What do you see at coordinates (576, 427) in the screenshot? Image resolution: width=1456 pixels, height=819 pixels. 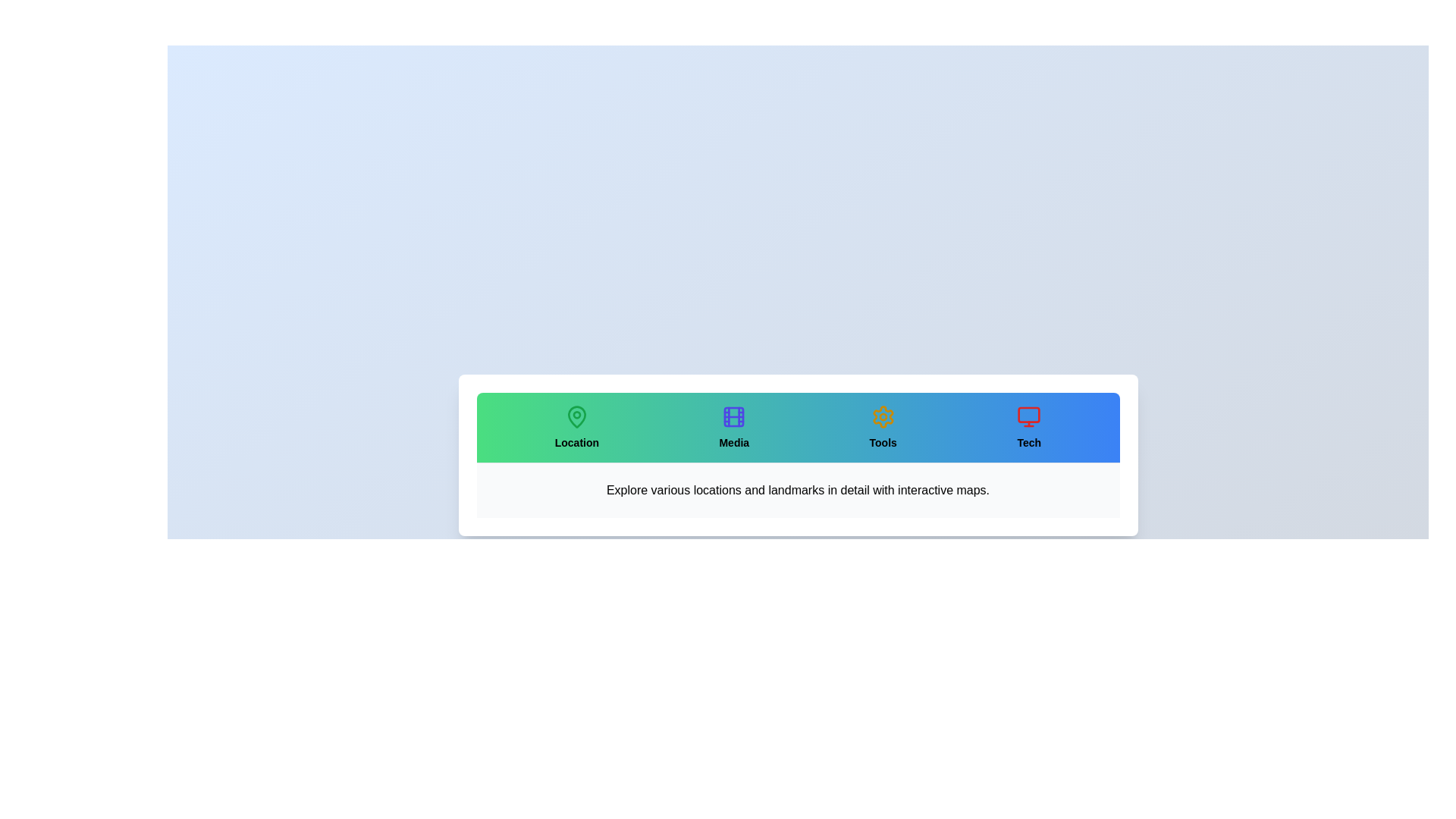 I see `the tab labeled Location to select it` at bounding box center [576, 427].